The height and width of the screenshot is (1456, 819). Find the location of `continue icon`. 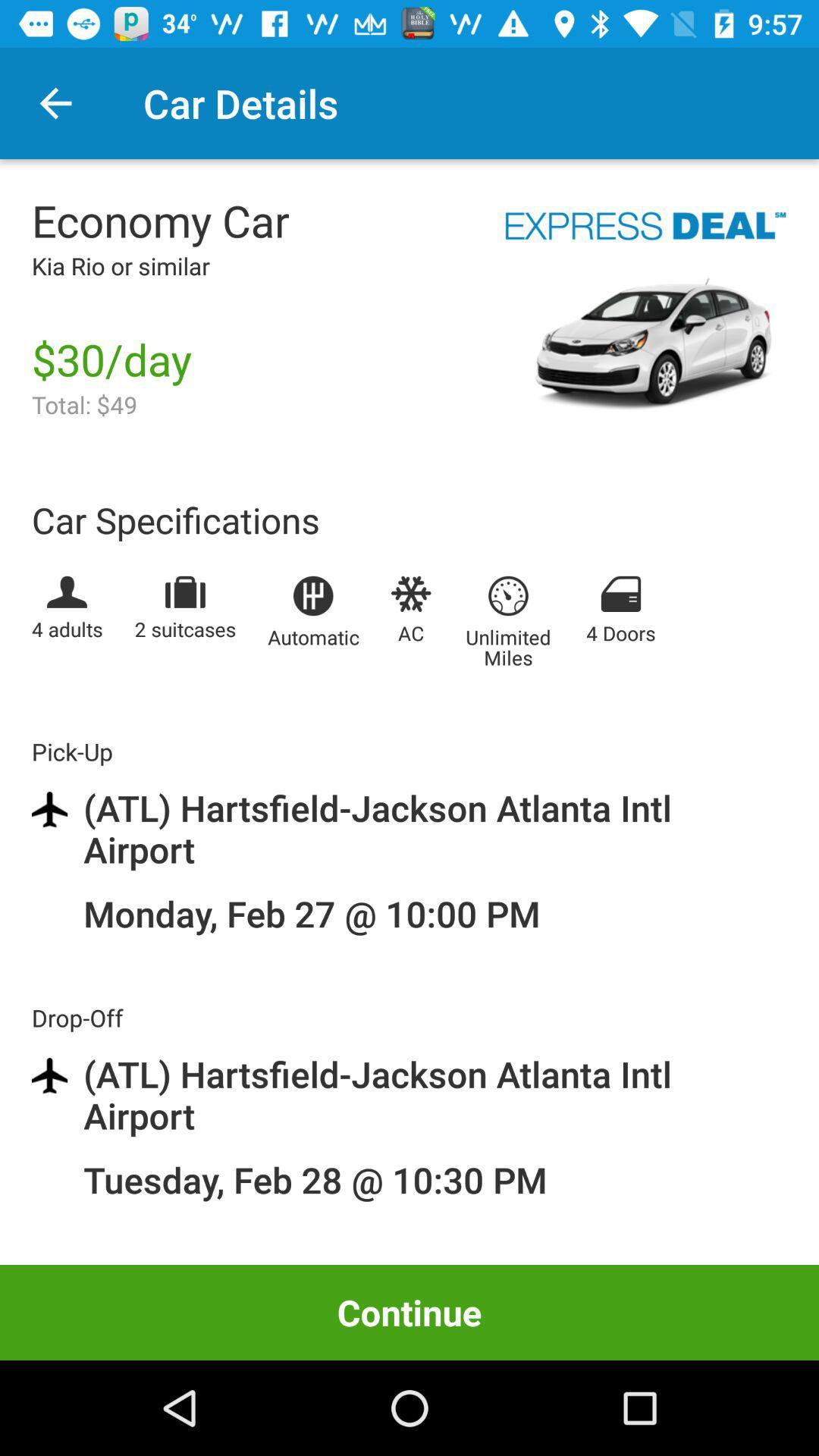

continue icon is located at coordinates (409, 1312).